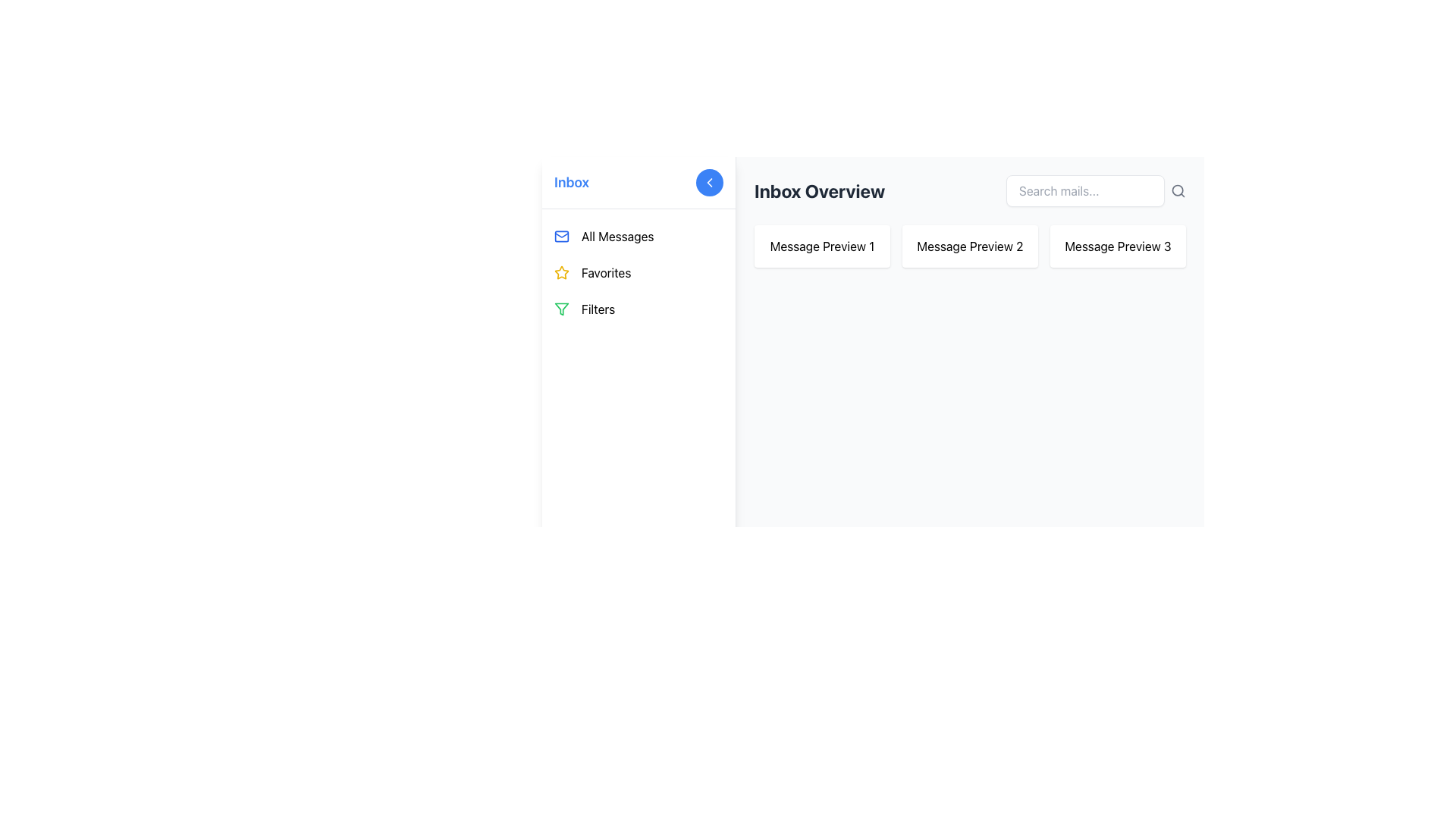 The image size is (1456, 819). What do you see at coordinates (1084, 190) in the screenshot?
I see `the search bar input field located near the top-right section of the interface` at bounding box center [1084, 190].